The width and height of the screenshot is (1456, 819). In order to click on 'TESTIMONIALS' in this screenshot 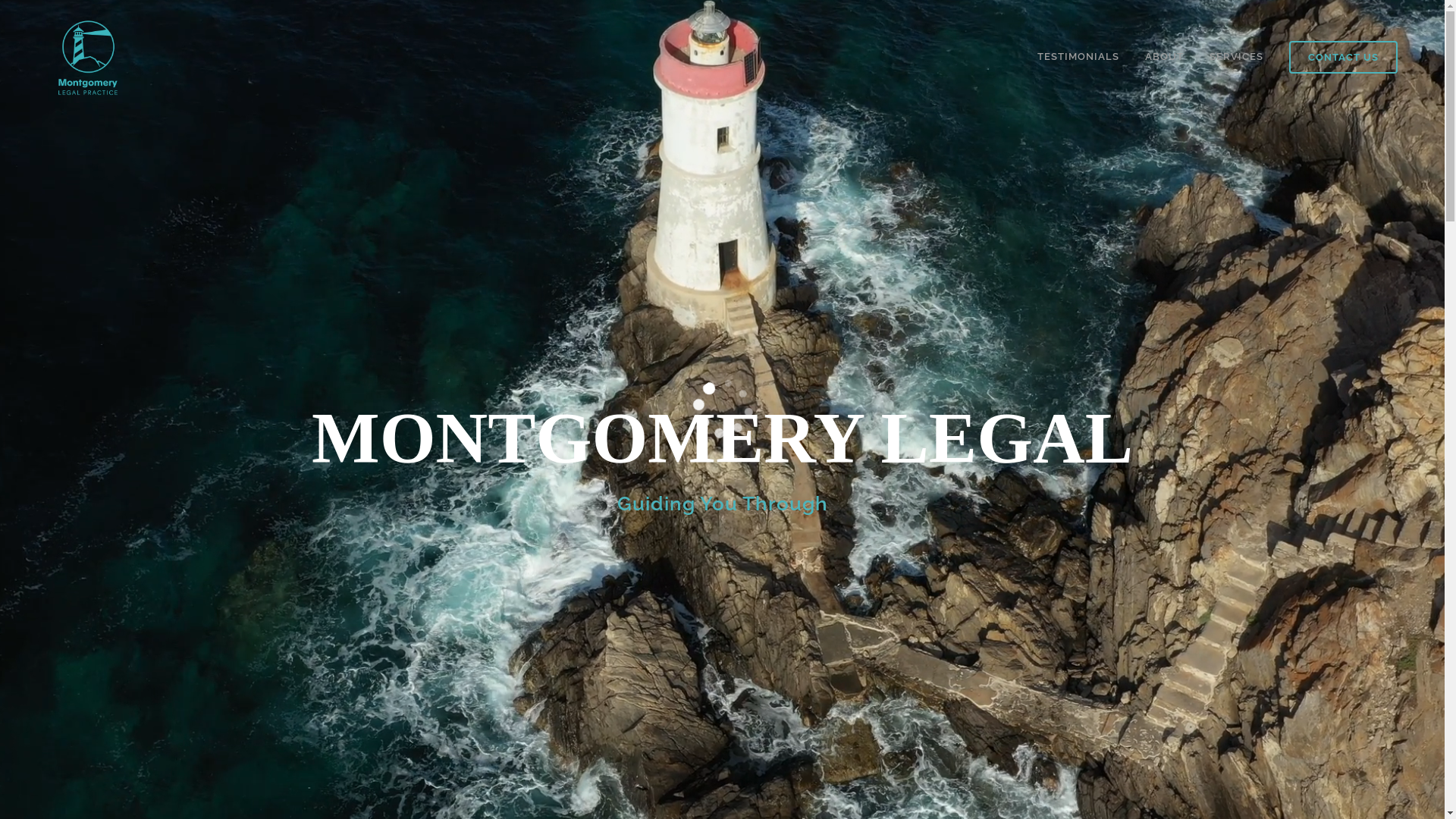, I will do `click(1077, 55)`.